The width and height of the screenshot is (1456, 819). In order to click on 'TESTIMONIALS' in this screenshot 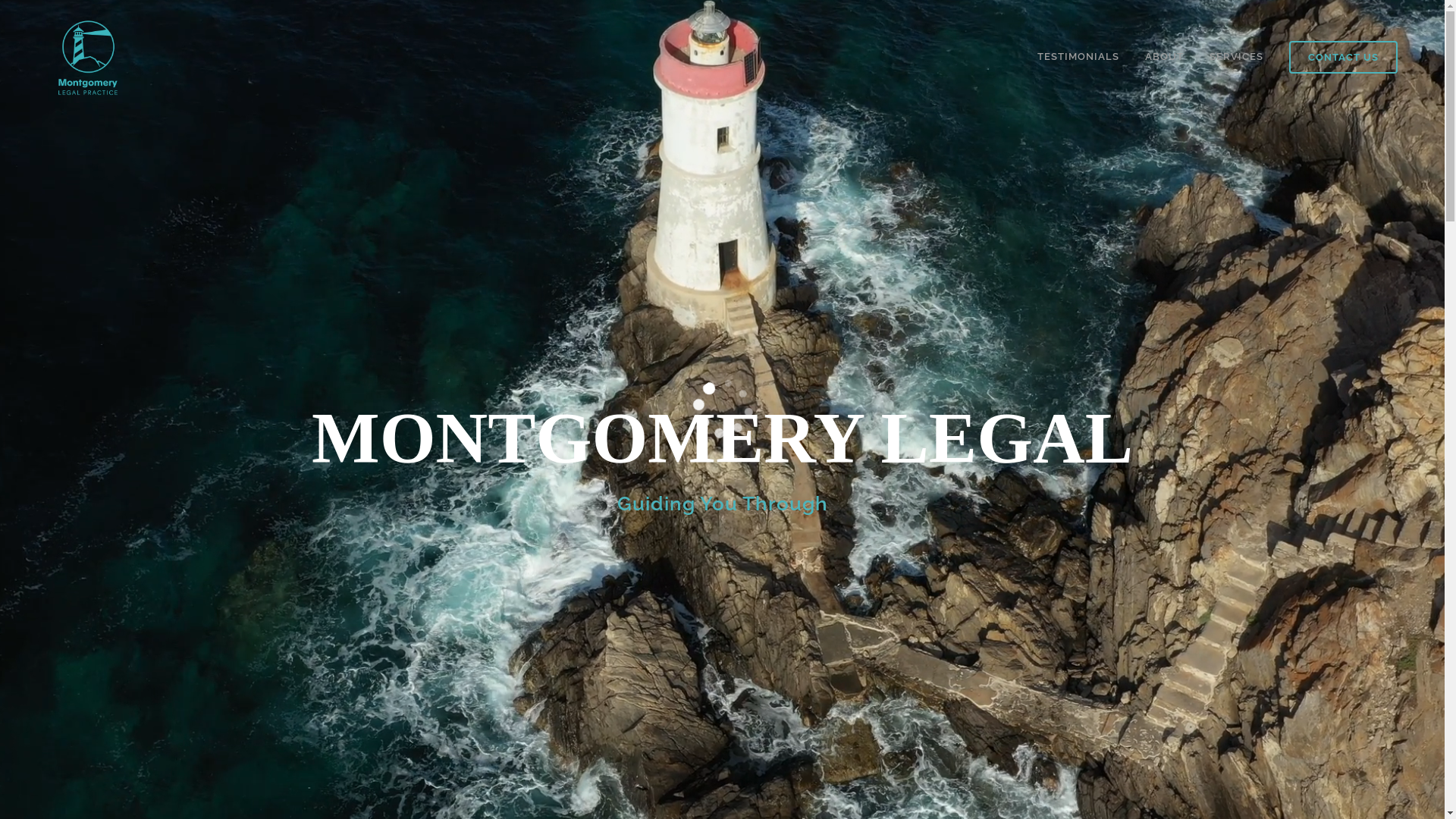, I will do `click(1077, 55)`.